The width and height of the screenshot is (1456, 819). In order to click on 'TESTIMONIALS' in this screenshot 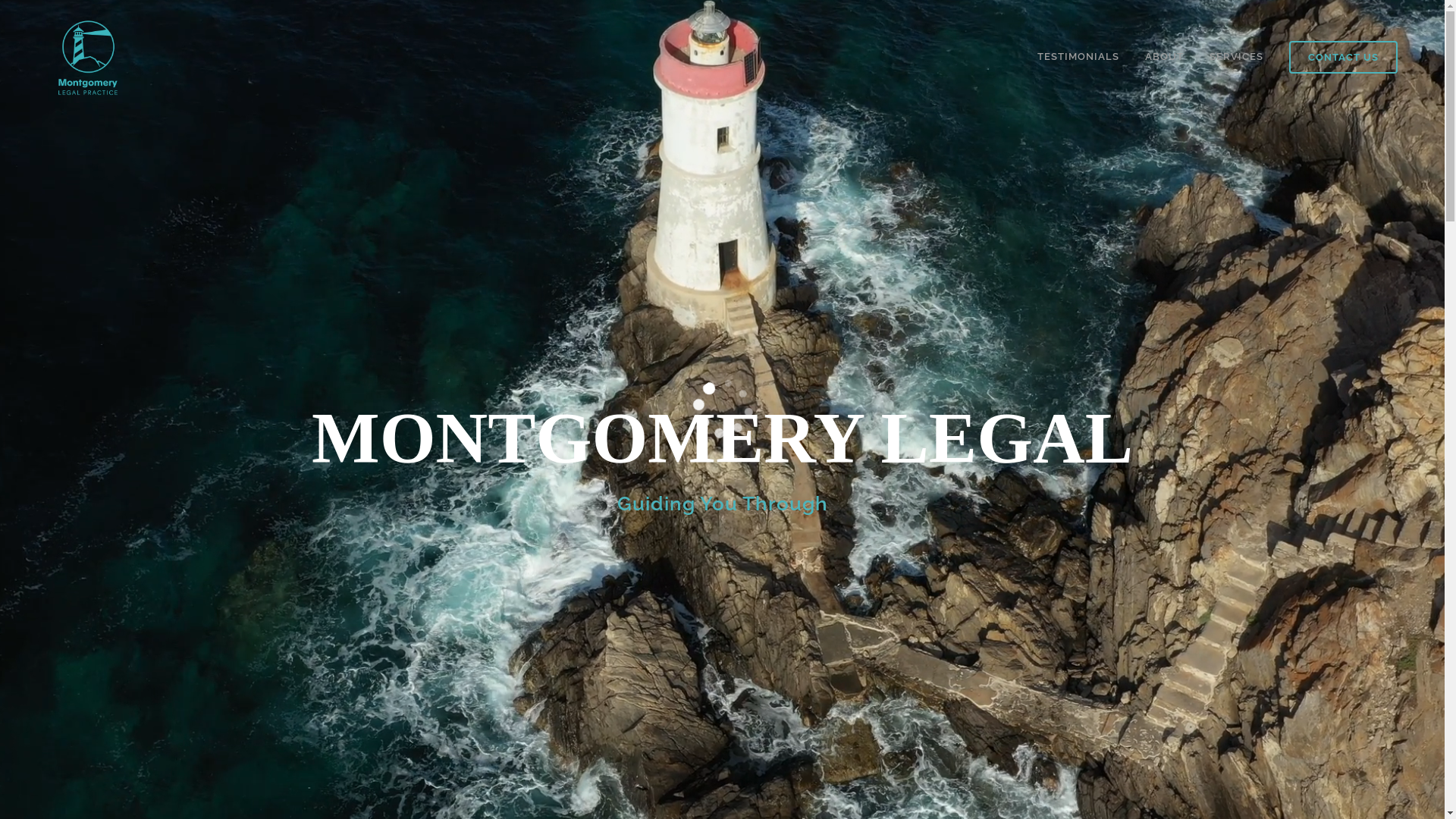, I will do `click(1077, 55)`.